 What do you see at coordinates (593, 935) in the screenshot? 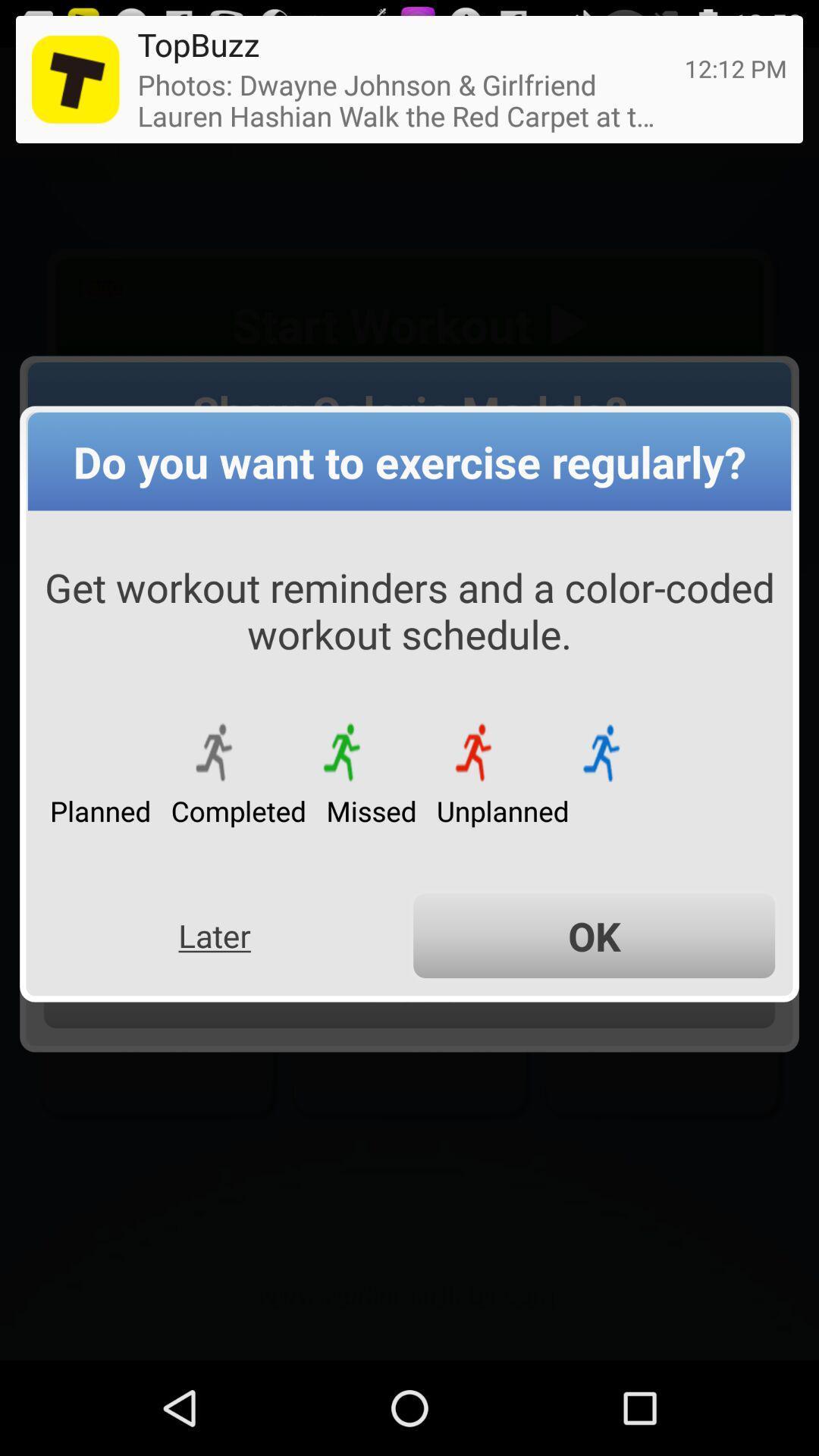
I see `ok icon` at bounding box center [593, 935].